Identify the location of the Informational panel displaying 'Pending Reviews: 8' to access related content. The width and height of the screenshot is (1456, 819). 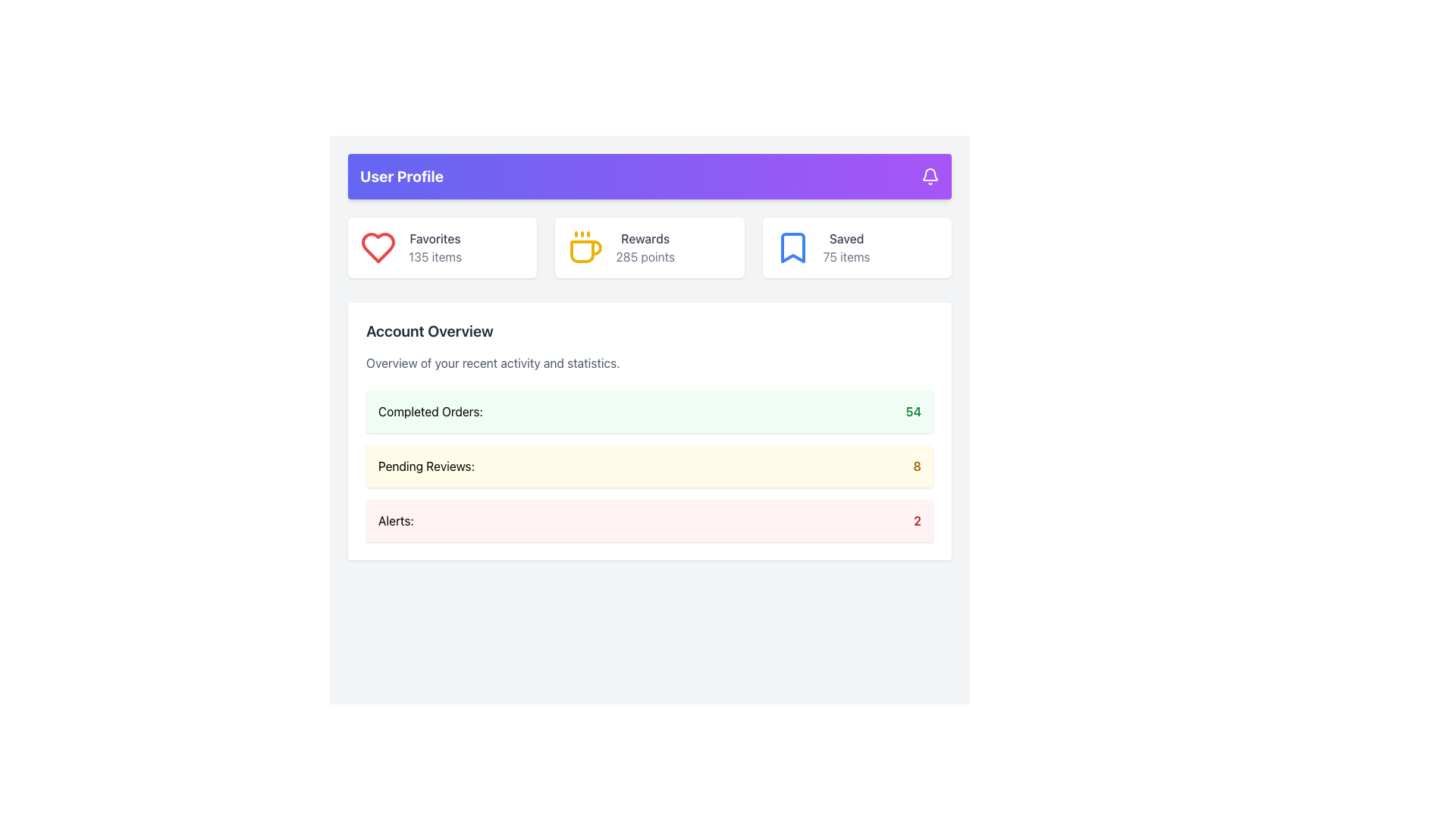
(650, 465).